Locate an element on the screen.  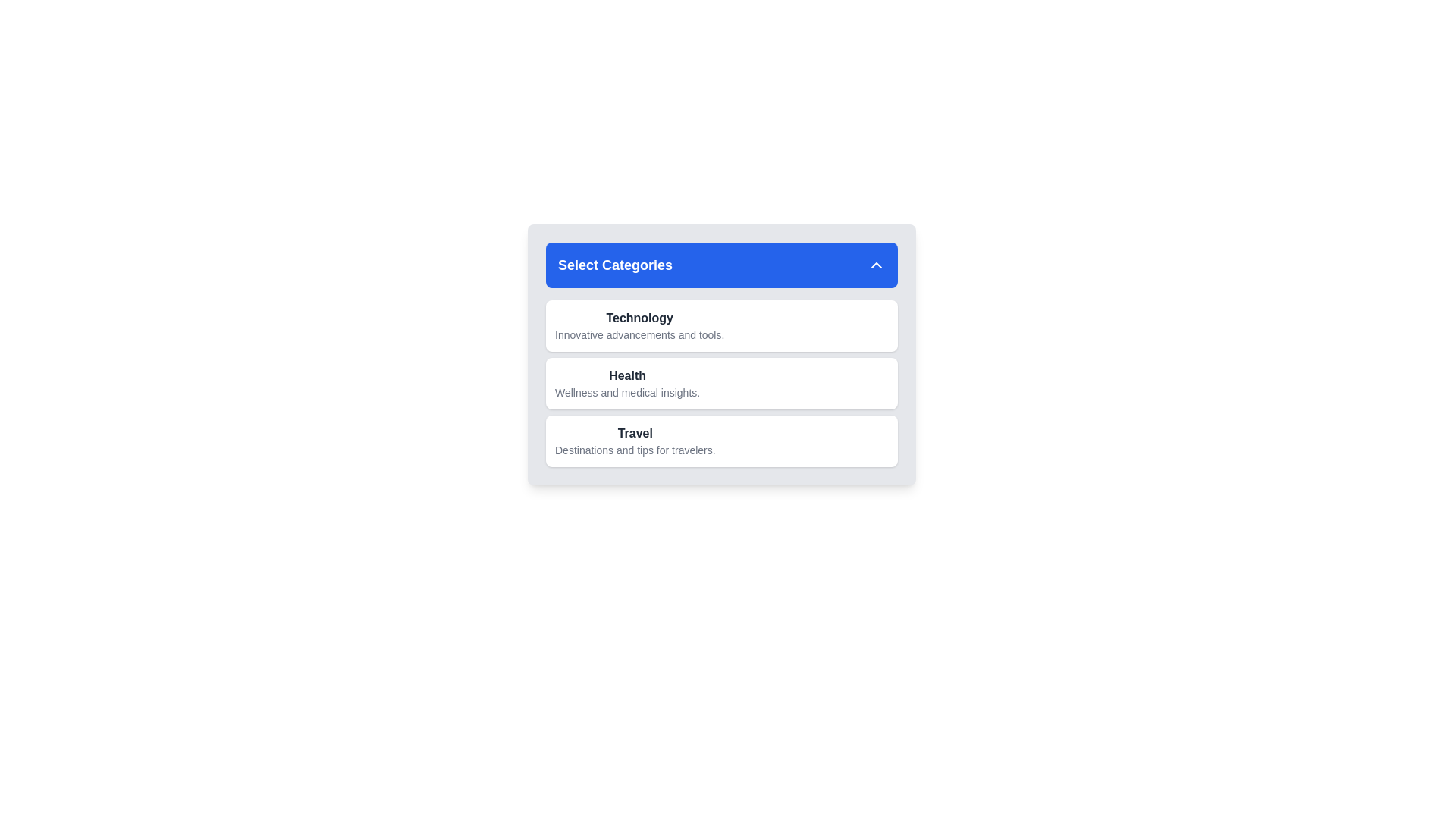
the 'Health' selectable card in the category list, which is positioned between 'Technology' and 'Travel.' is located at coordinates (720, 382).